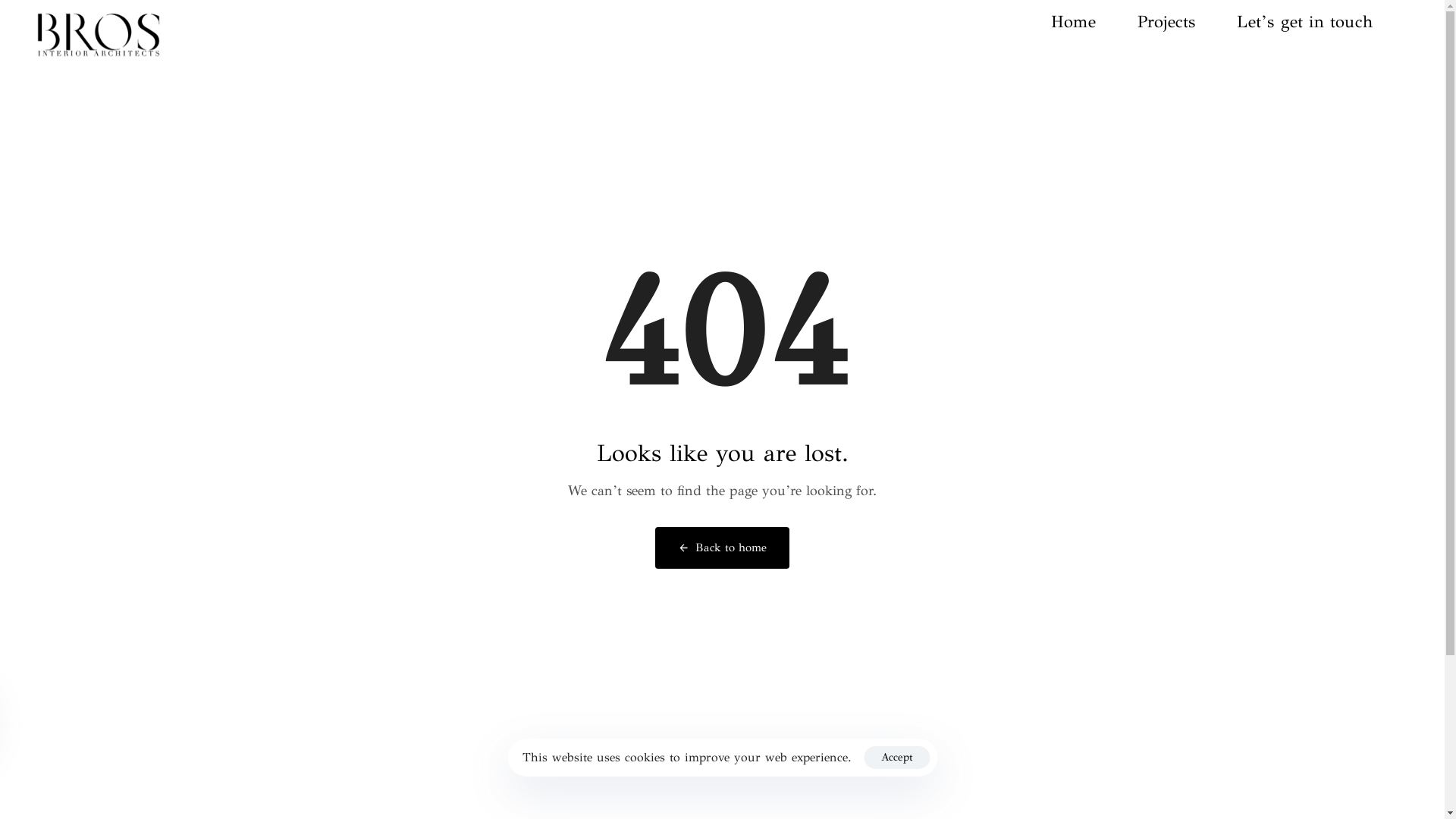  What do you see at coordinates (1094, 21) in the screenshot?
I see `'Home'` at bounding box center [1094, 21].